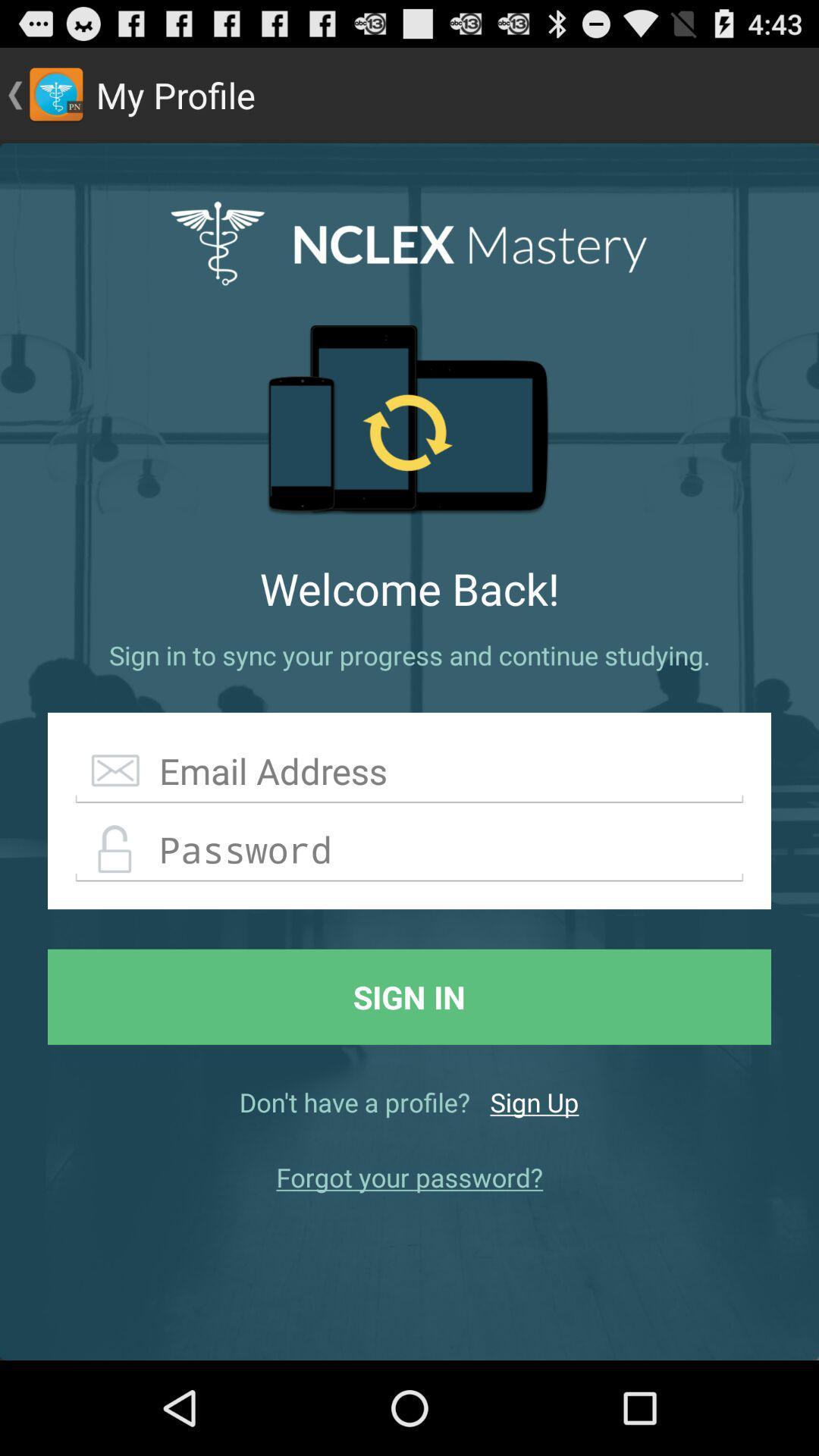 The height and width of the screenshot is (1456, 819). What do you see at coordinates (409, 771) in the screenshot?
I see `email address` at bounding box center [409, 771].